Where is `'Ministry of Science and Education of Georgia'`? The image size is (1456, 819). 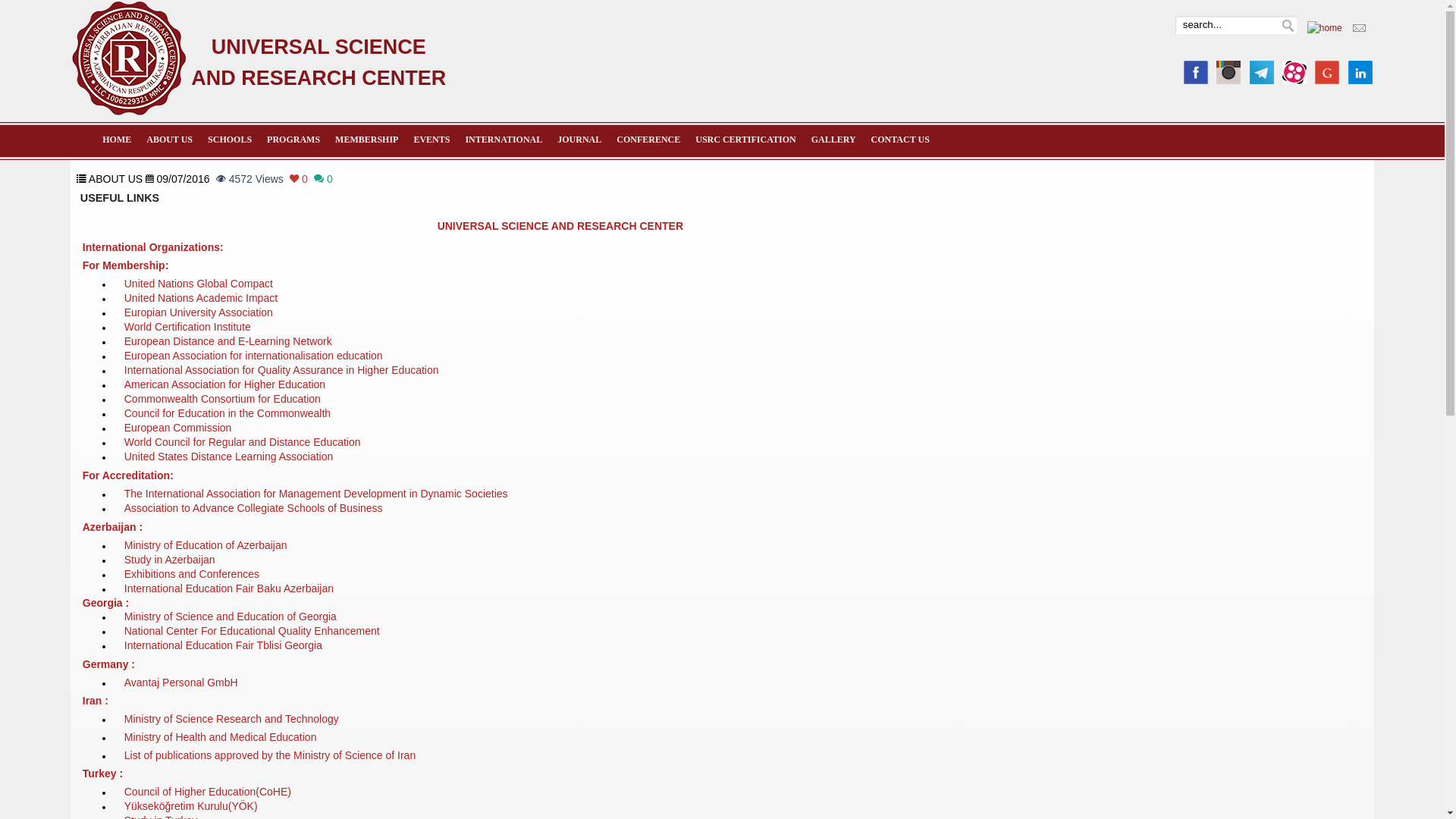
'Ministry of Science and Education of Georgia' is located at coordinates (229, 617).